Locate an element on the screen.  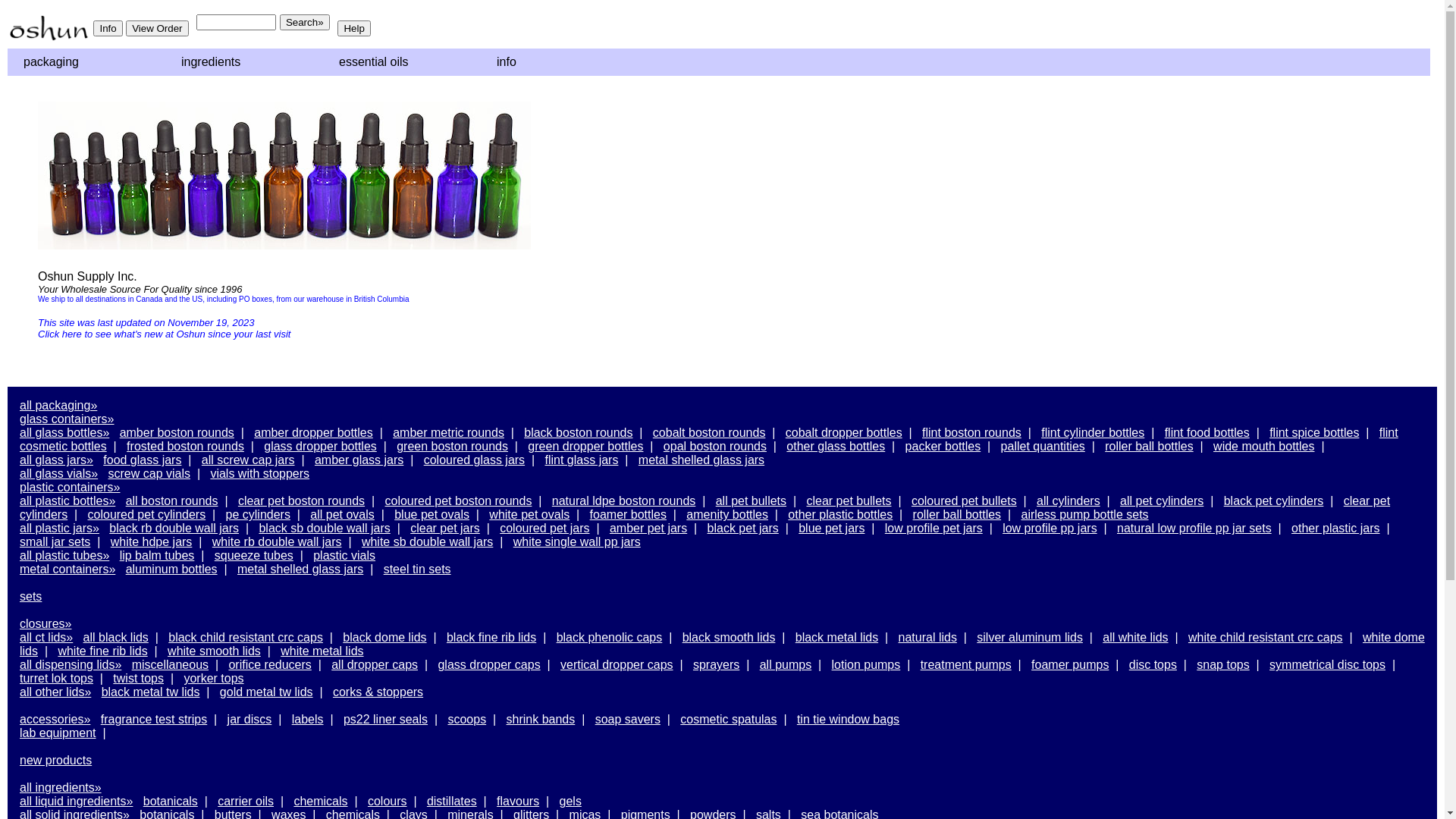
'turret lok tops' is located at coordinates (19, 677).